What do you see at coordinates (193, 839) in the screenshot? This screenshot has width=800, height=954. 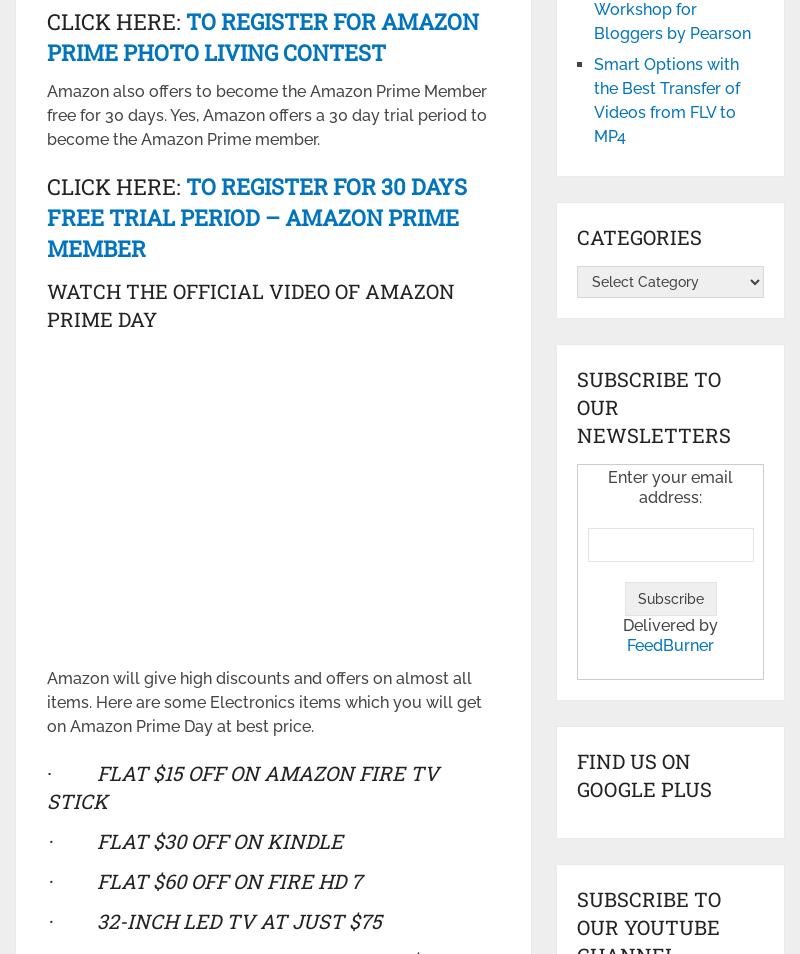 I see `'·         Flat $30 off on Kindle'` at bounding box center [193, 839].